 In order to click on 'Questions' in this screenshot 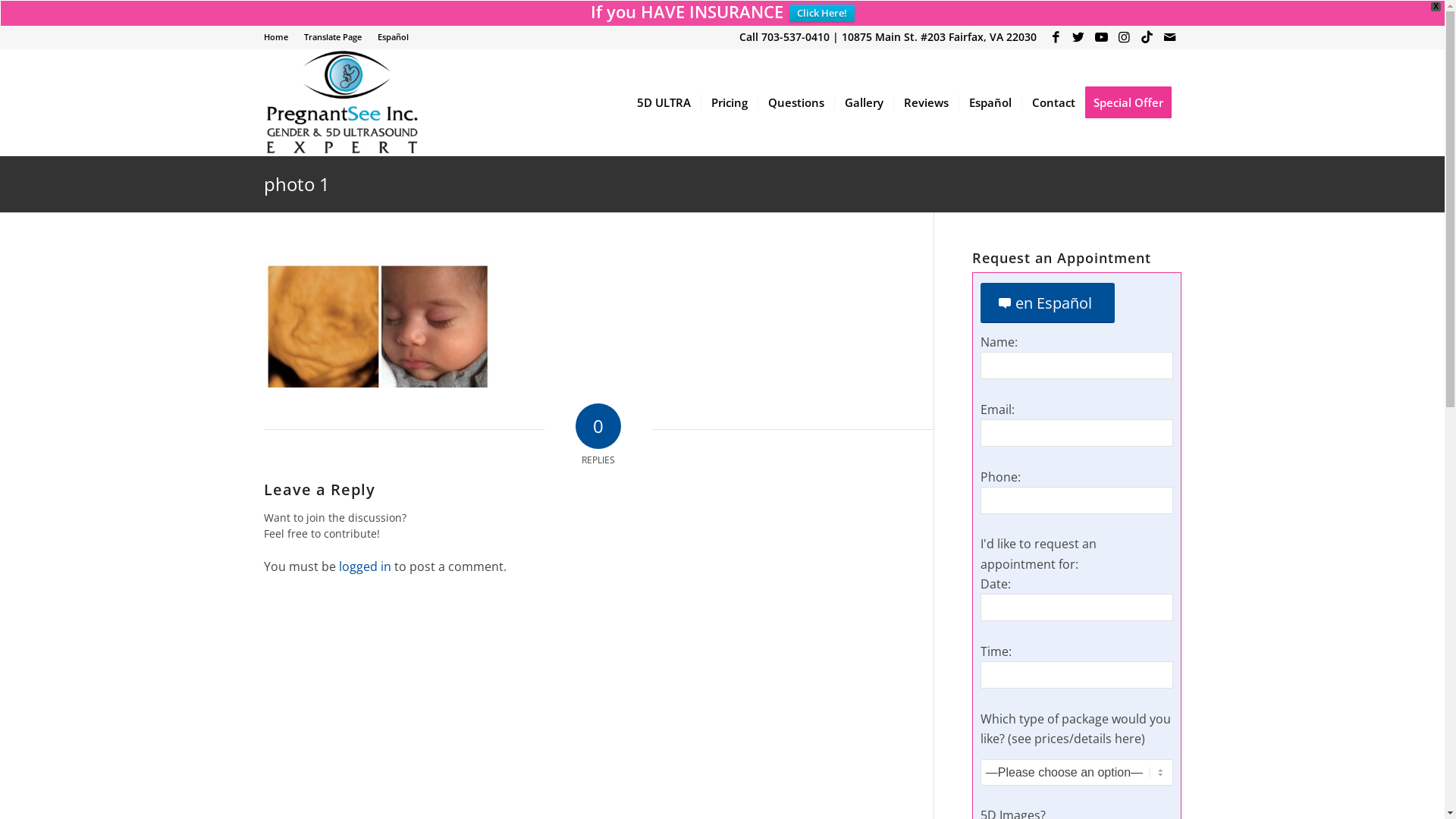, I will do `click(794, 102)`.